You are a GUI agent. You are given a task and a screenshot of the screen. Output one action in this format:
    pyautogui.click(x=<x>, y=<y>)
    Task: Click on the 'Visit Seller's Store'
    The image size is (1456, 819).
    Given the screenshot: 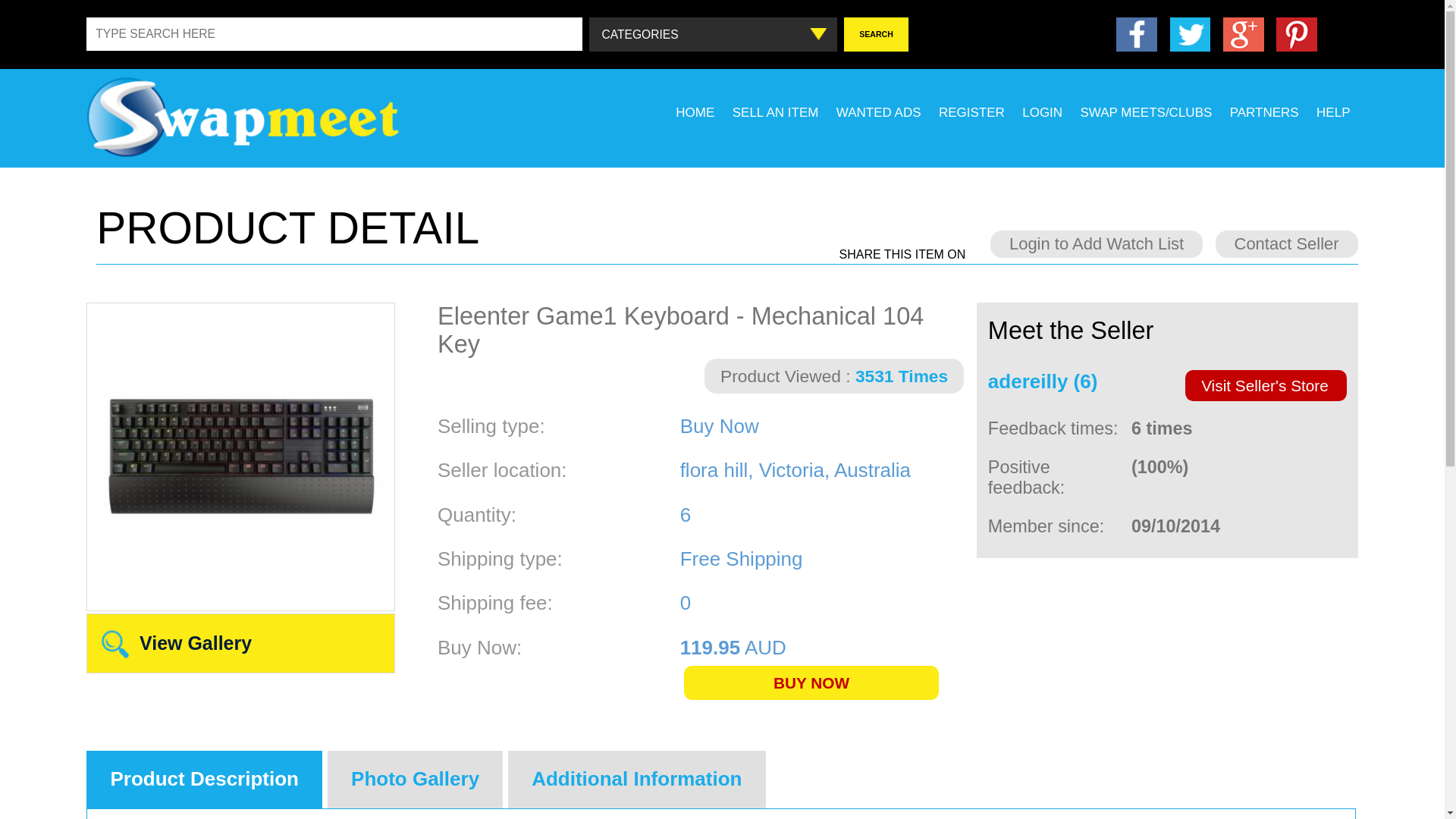 What is the action you would take?
    pyautogui.click(x=1266, y=384)
    